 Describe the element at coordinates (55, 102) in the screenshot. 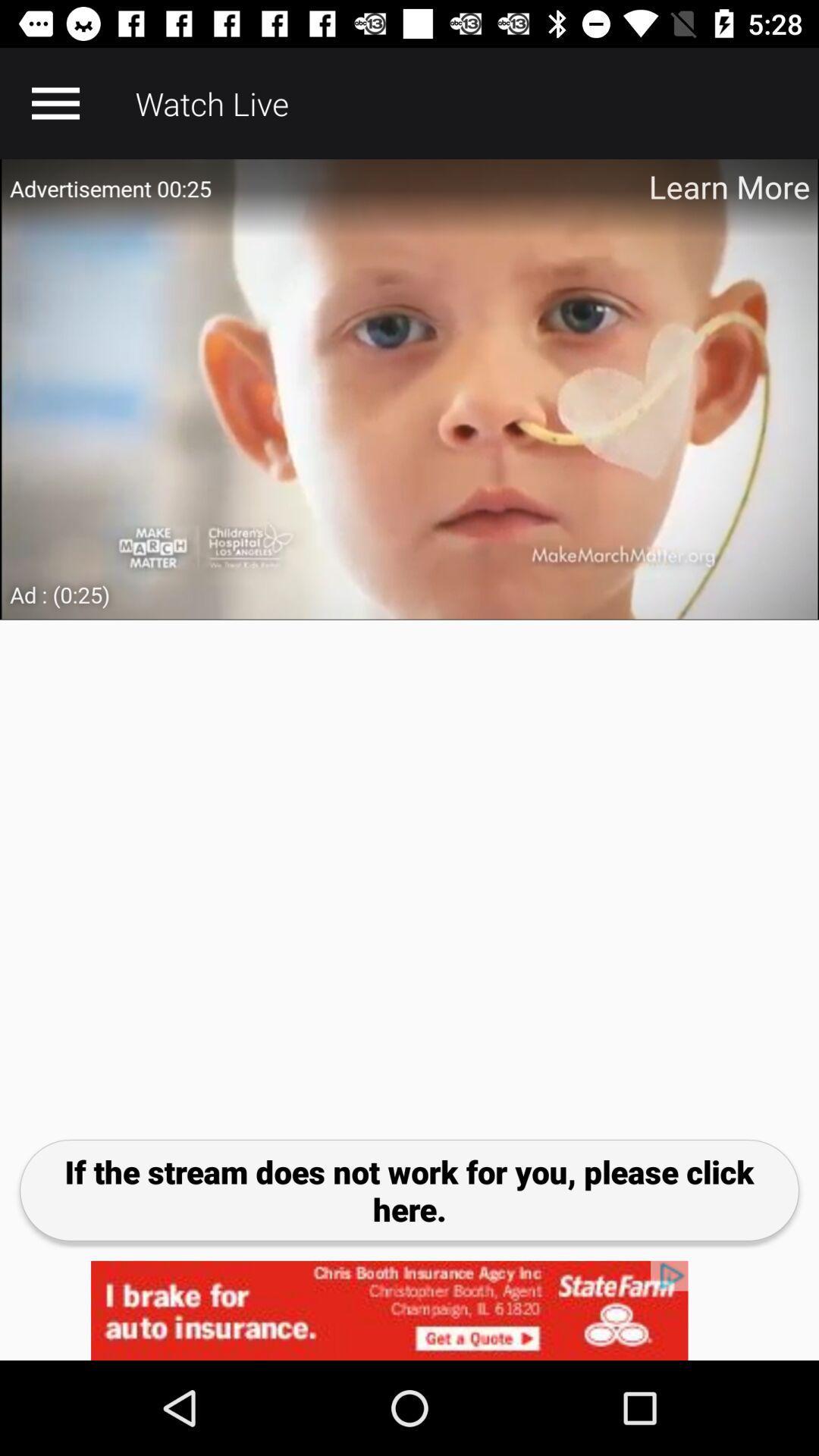

I see `open menu option` at that location.